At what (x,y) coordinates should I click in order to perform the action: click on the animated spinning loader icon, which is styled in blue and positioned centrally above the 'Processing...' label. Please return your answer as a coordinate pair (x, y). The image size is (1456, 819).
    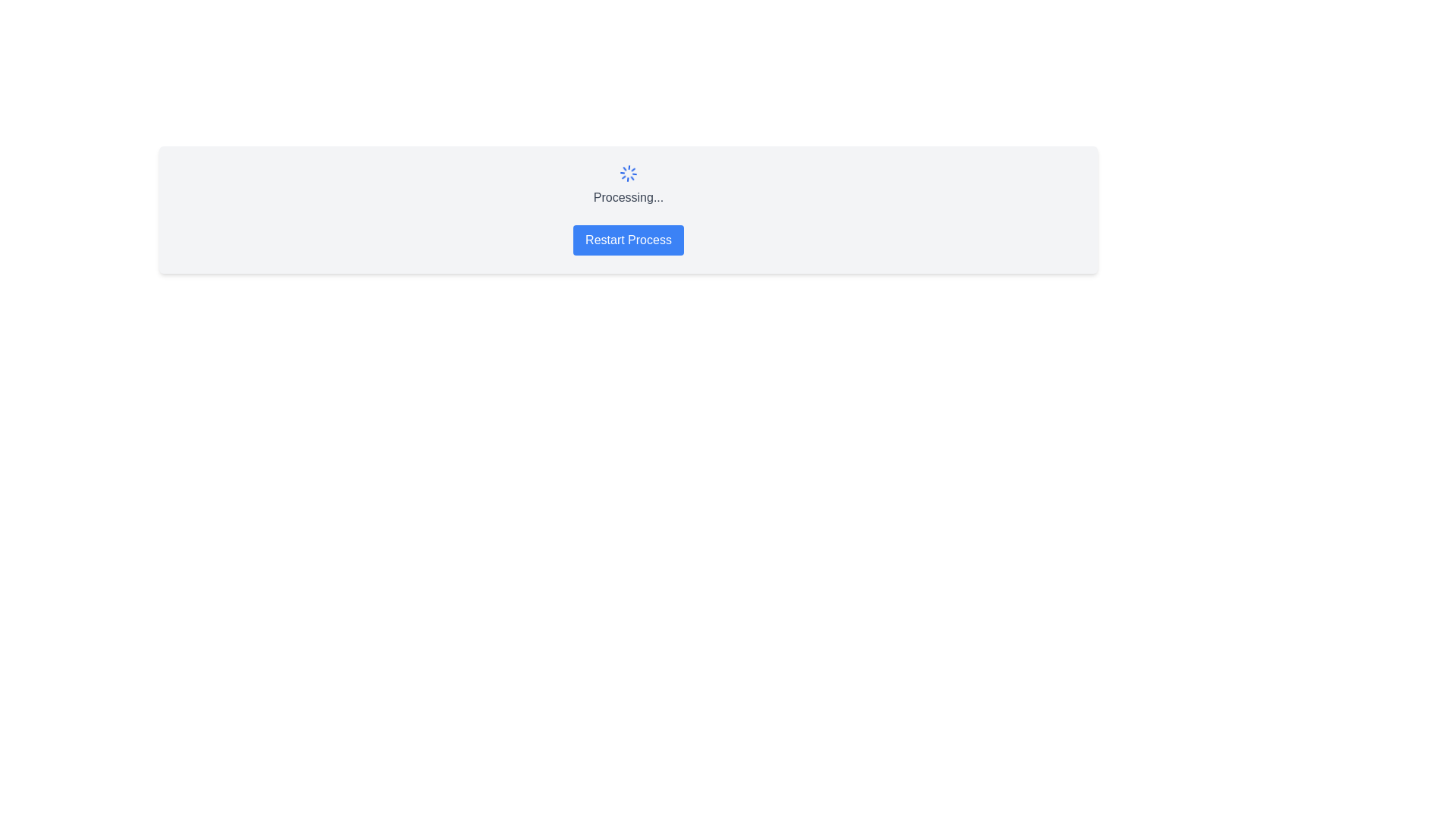
    Looking at the image, I should click on (629, 172).